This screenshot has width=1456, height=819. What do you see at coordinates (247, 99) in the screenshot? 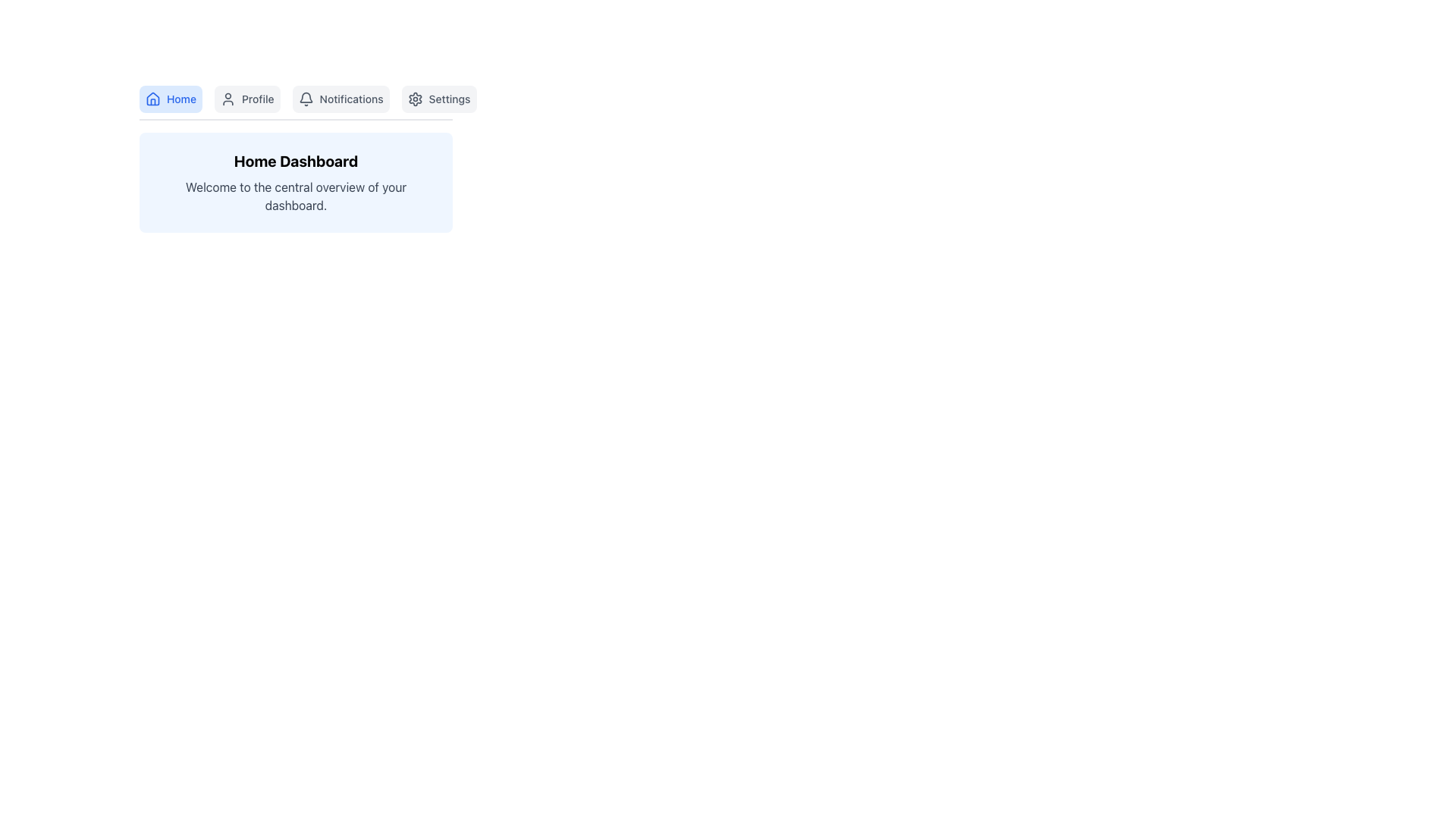
I see `the 'Profile' button, which is the second button in the horizontal navigation menu` at bounding box center [247, 99].